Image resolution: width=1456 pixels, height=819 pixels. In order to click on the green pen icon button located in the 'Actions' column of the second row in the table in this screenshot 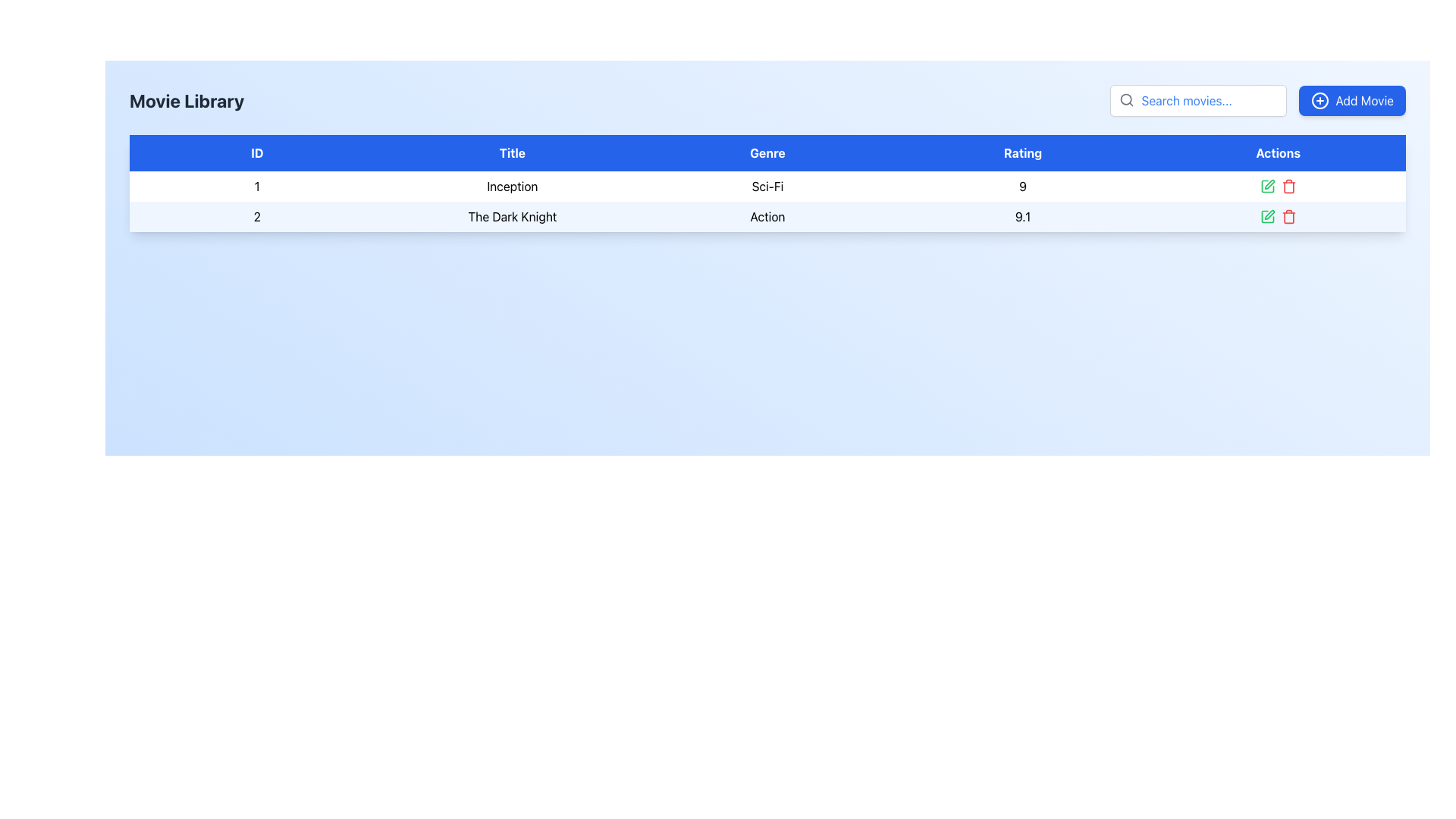, I will do `click(1267, 216)`.